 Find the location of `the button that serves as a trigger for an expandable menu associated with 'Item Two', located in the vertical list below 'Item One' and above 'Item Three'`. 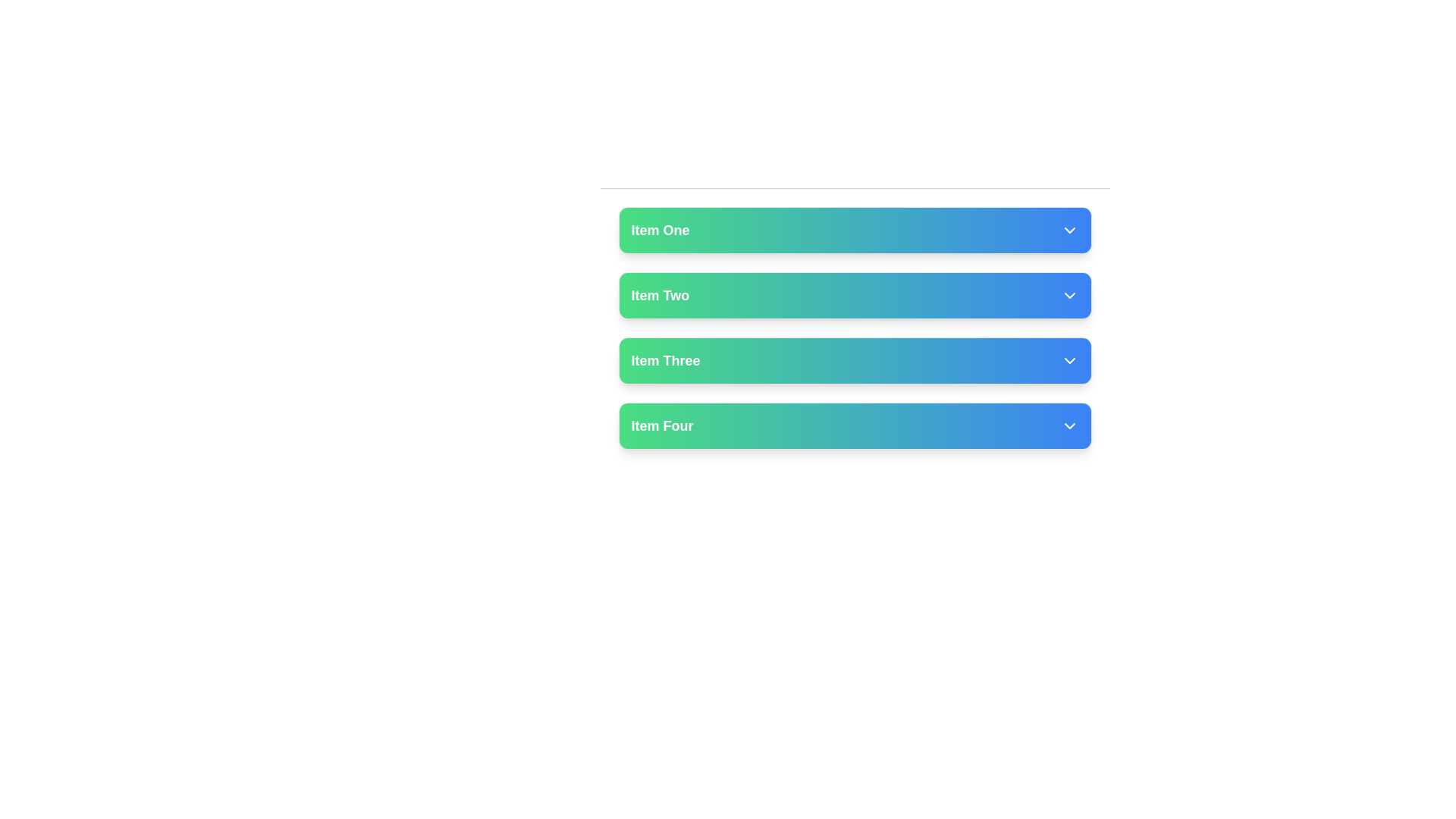

the button that serves as a trigger for an expandable menu associated with 'Item Two', located in the vertical list below 'Item One' and above 'Item Three' is located at coordinates (855, 295).